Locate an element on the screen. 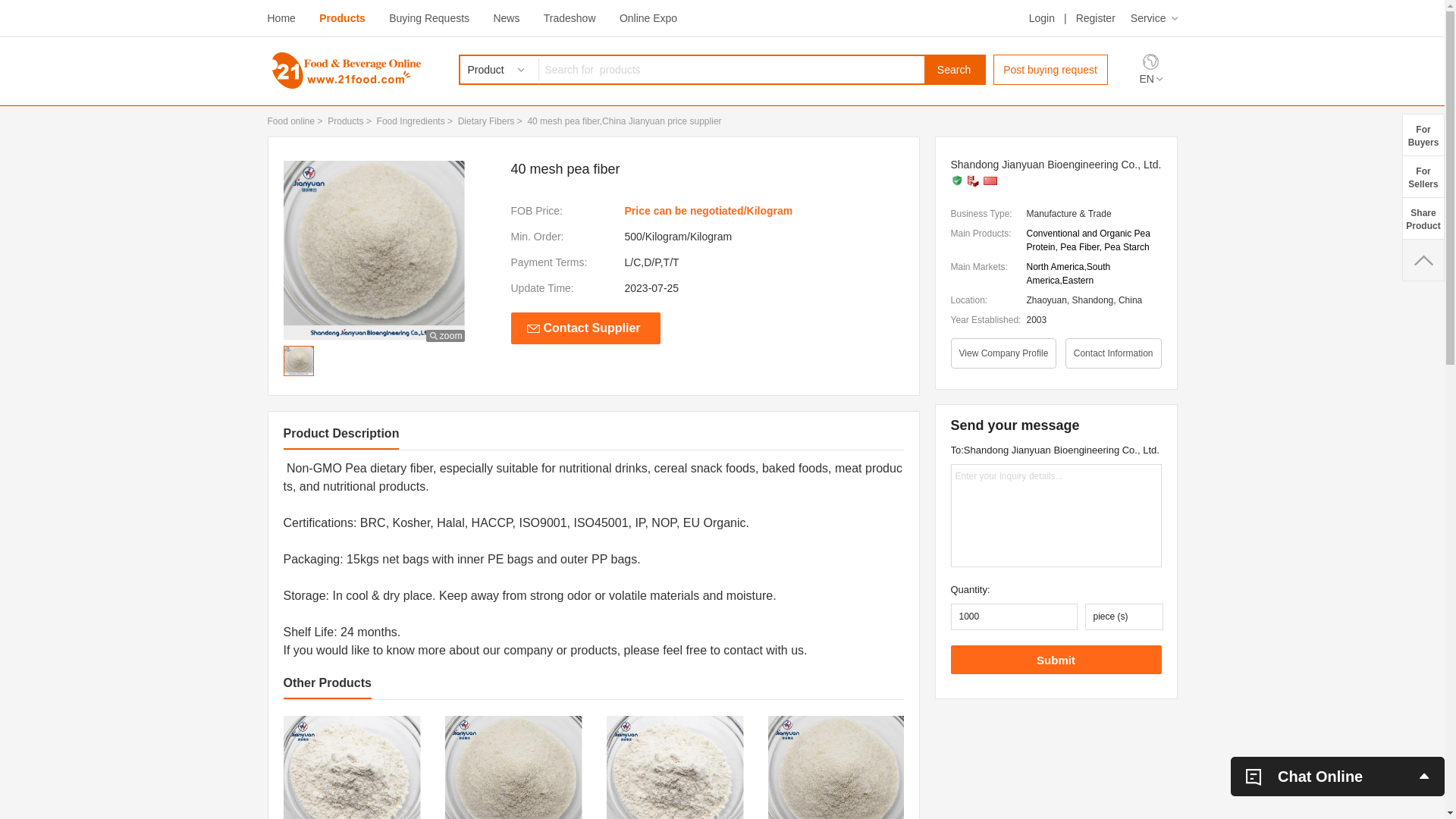 The height and width of the screenshot is (819, 1456). 'Online Expo' is located at coordinates (648, 17).